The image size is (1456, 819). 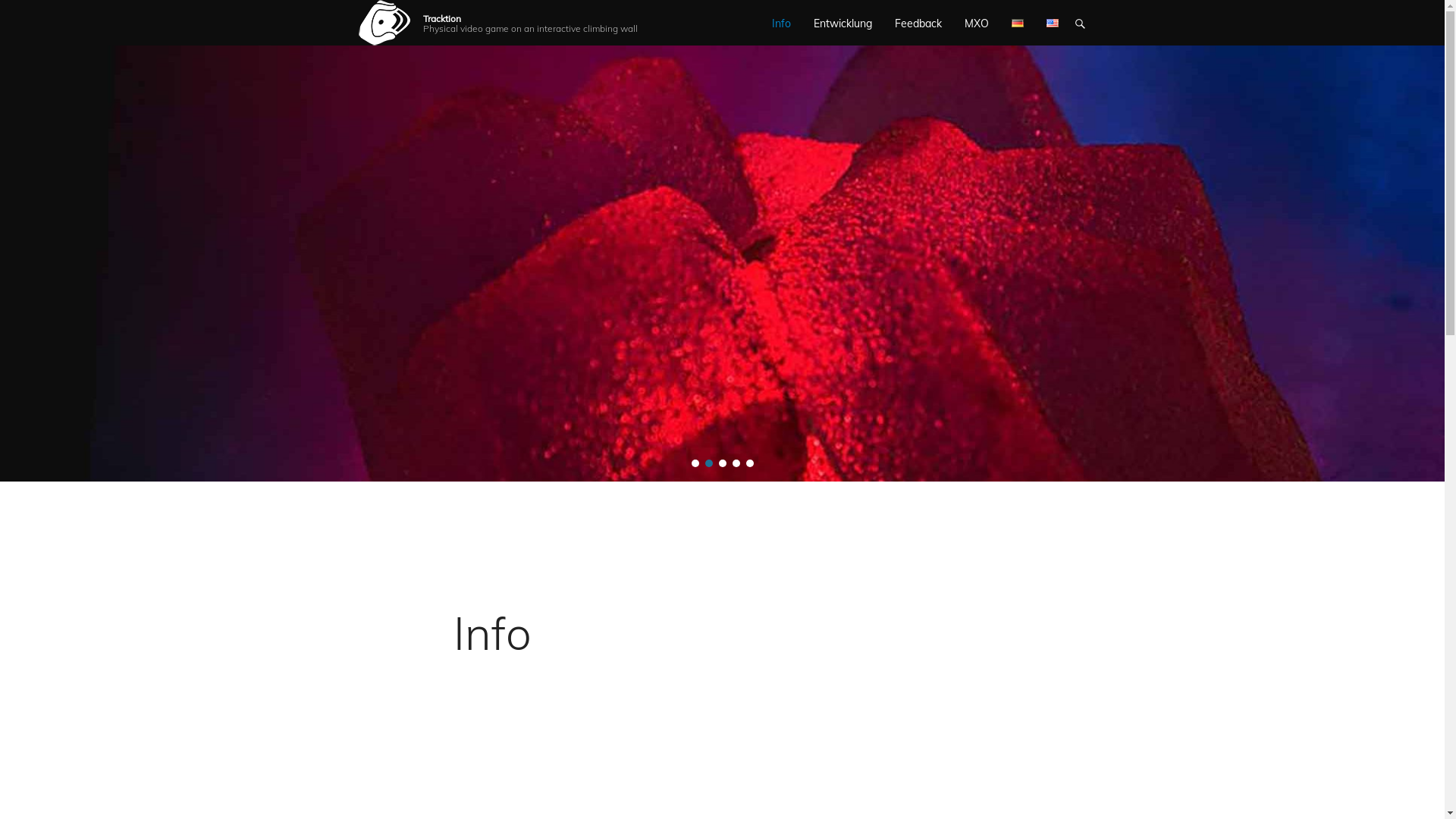 I want to click on 'Permalink to slider_4', so click(x=721, y=255).